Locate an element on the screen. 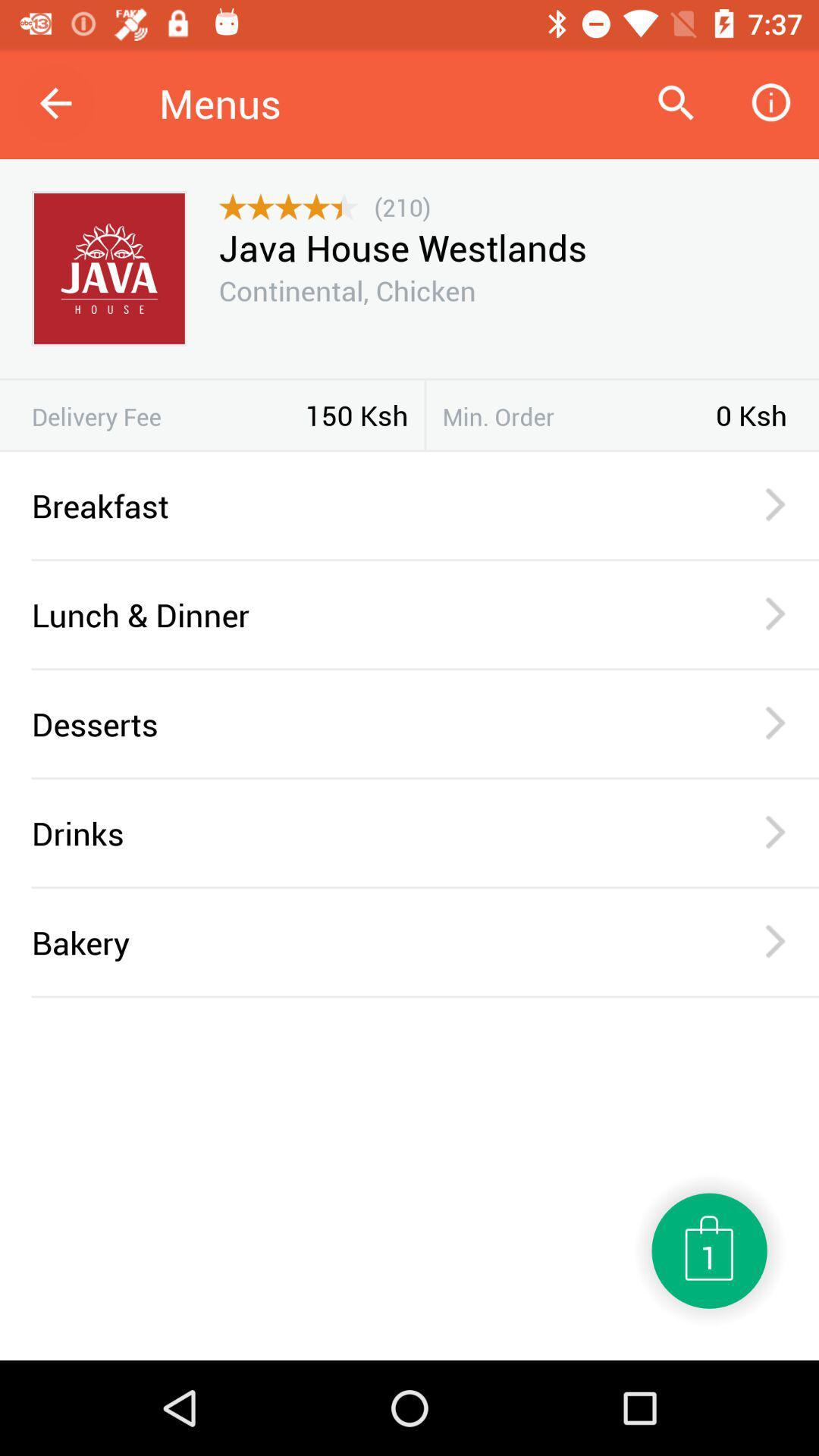 This screenshot has width=819, height=1456. icon below the drinks icon is located at coordinates (425, 887).